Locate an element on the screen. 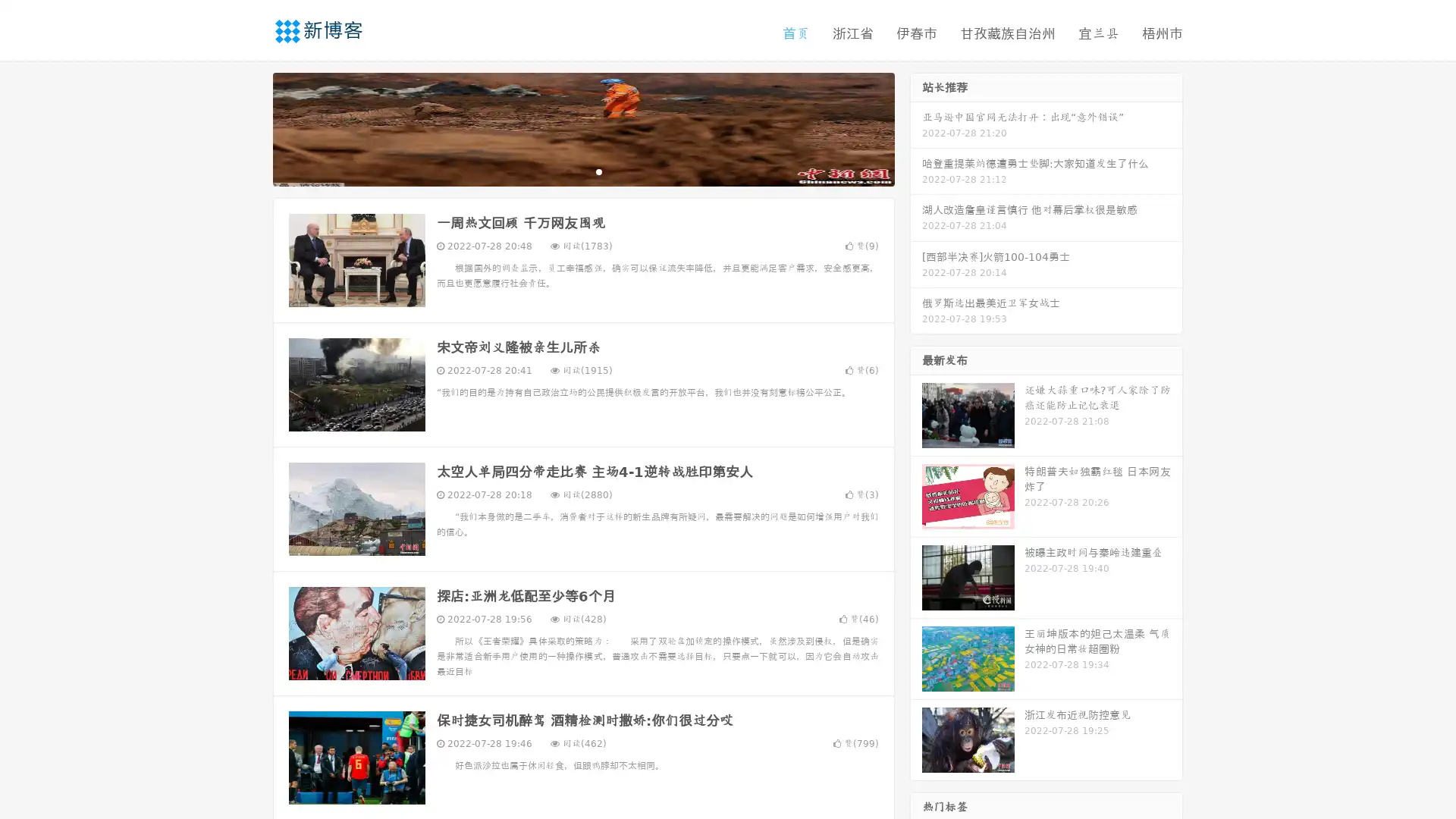  Previous slide is located at coordinates (250, 127).